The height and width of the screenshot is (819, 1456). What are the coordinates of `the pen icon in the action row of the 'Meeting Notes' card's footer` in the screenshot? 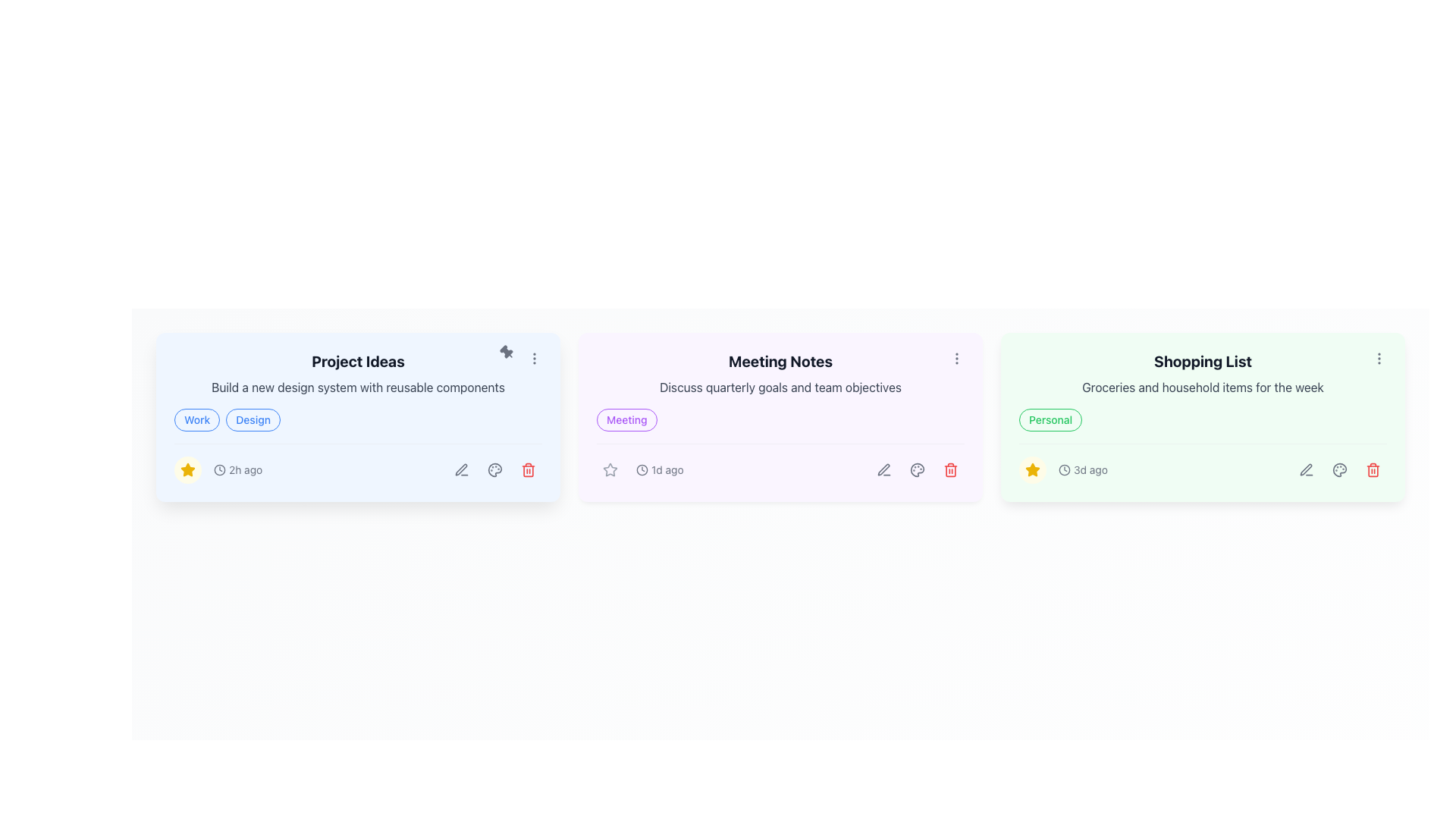 It's located at (883, 469).